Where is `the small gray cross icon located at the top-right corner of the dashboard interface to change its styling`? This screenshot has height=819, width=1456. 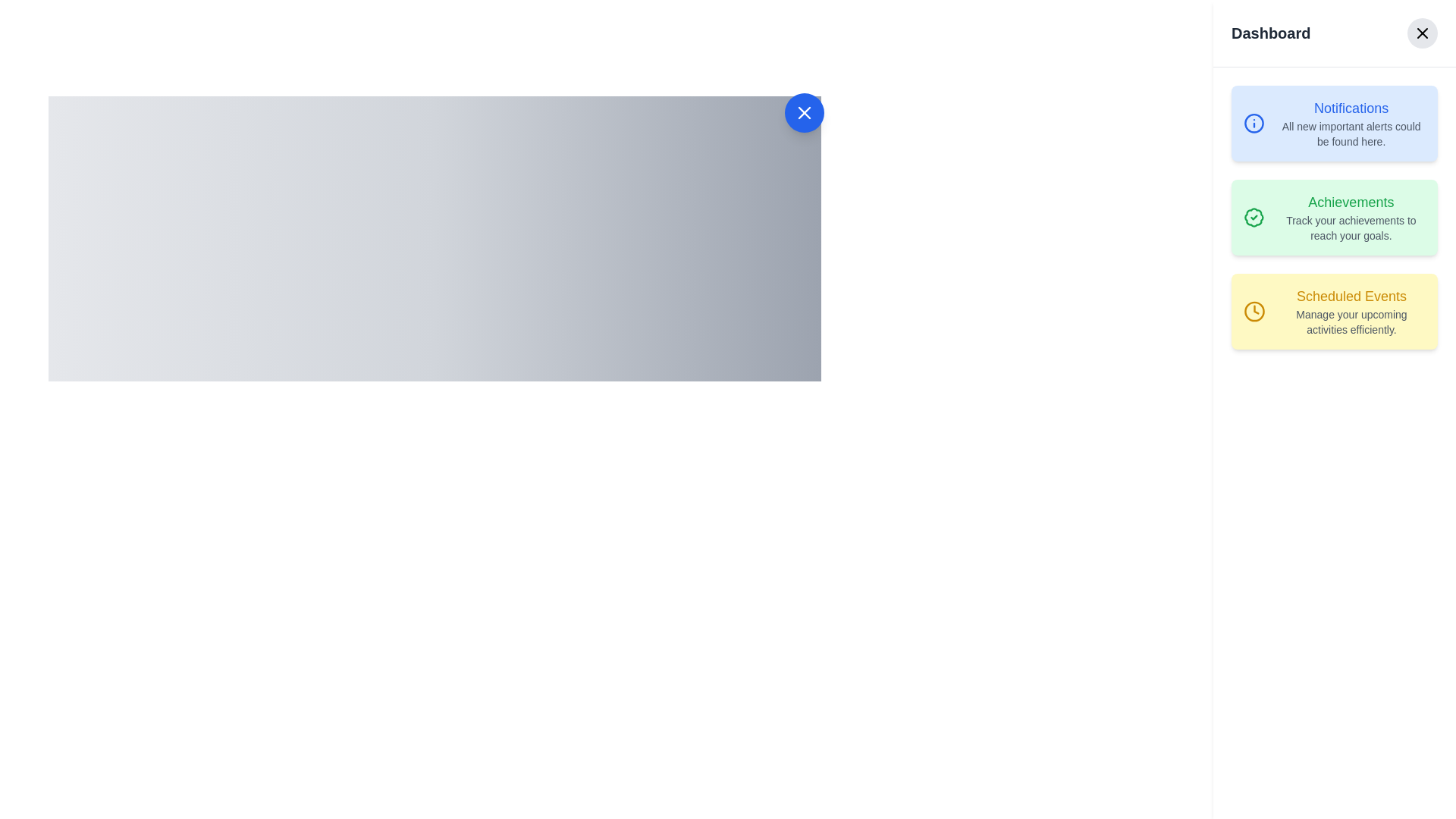 the small gray cross icon located at the top-right corner of the dashboard interface to change its styling is located at coordinates (1422, 33).